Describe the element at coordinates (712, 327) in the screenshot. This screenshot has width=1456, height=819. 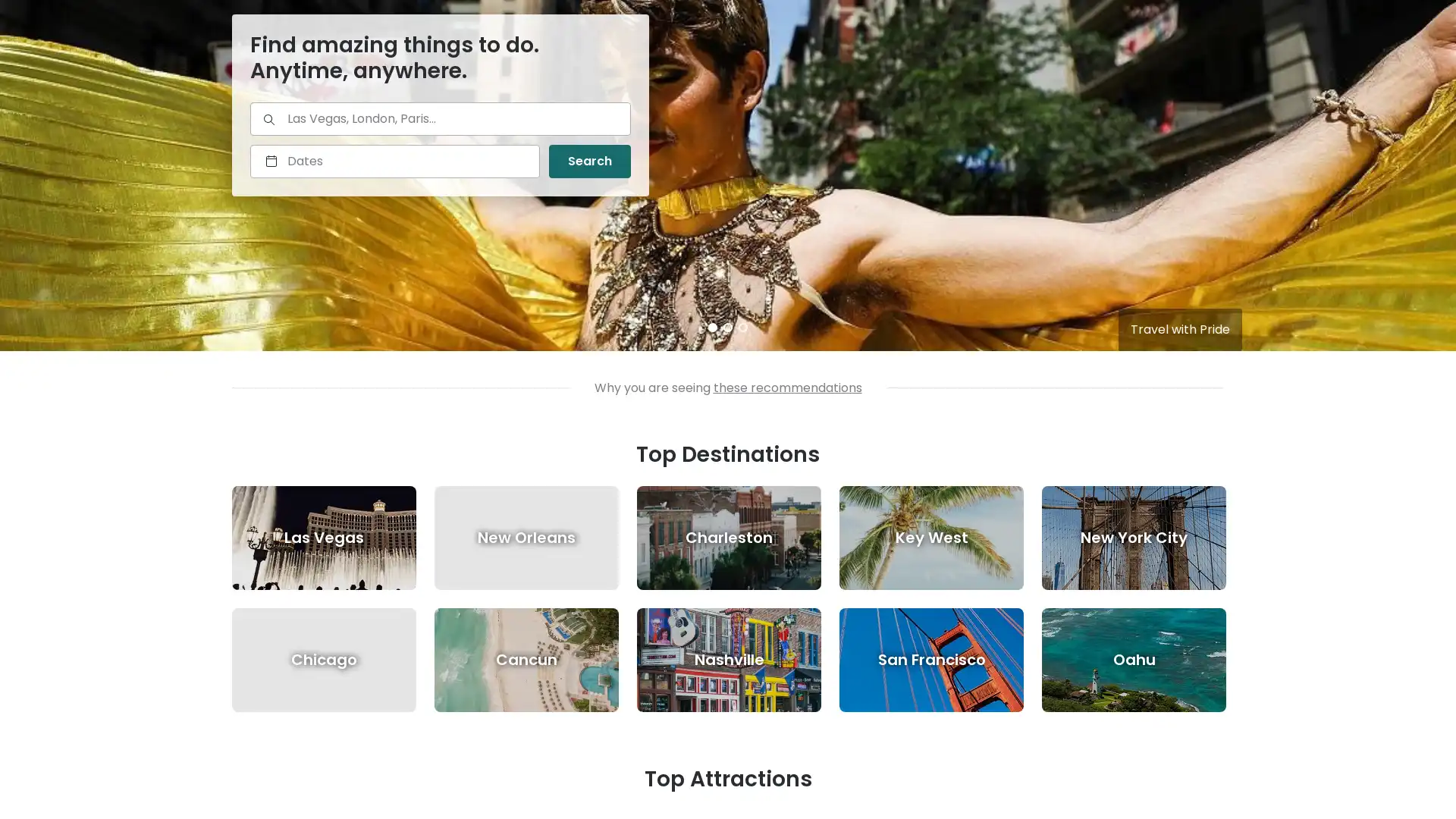
I see `1` at that location.